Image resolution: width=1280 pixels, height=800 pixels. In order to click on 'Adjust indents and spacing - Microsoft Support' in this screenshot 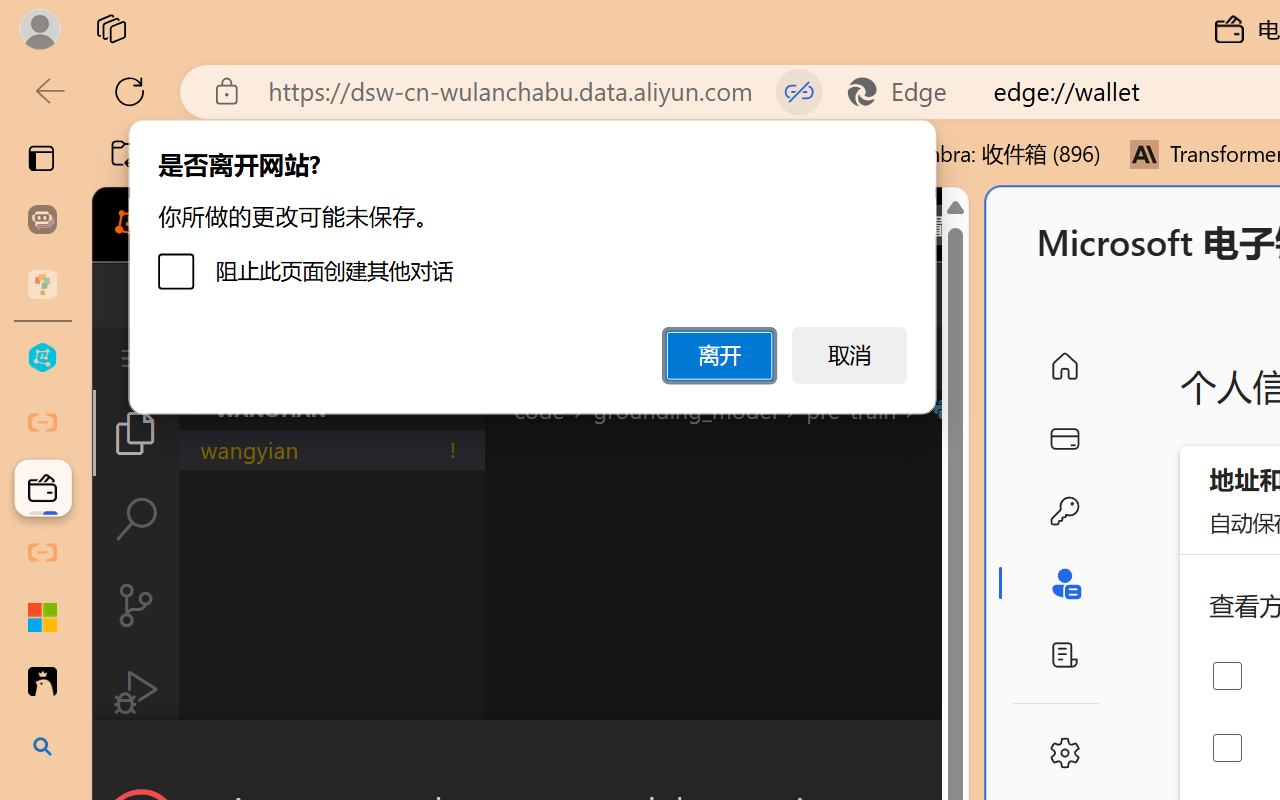, I will do `click(42, 617)`.